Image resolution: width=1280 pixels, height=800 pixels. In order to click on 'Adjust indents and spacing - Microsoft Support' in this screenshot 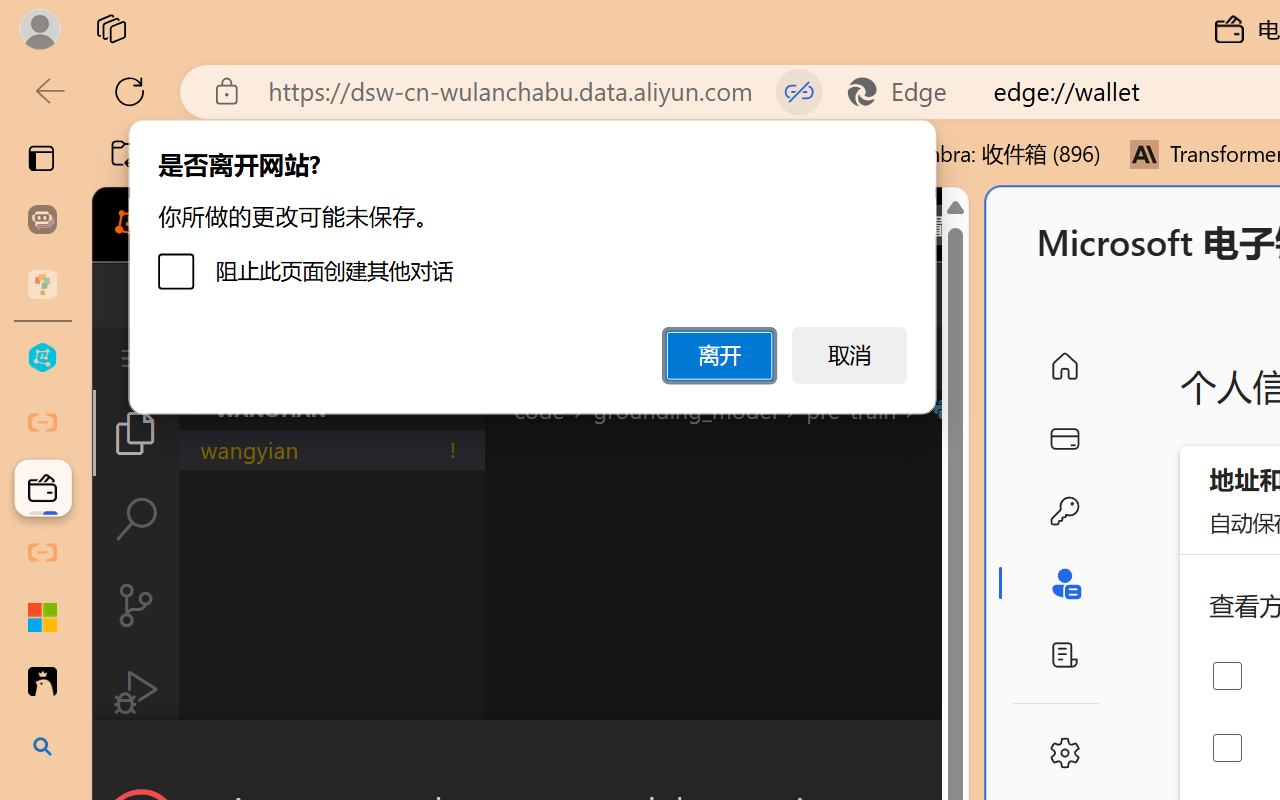, I will do `click(42, 617)`.